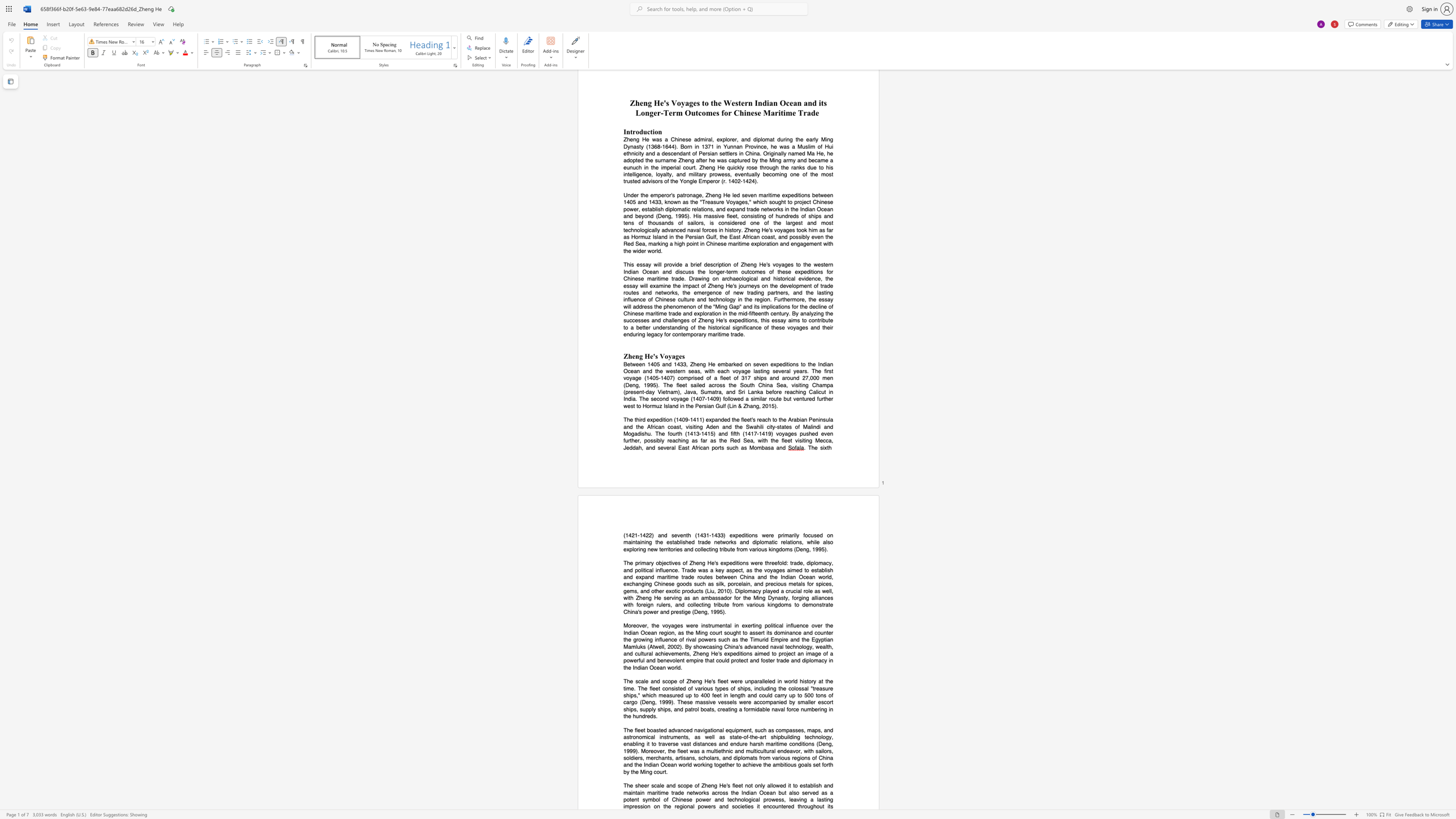 Image resolution: width=1456 pixels, height=819 pixels. I want to click on the subset text "red" within the text "encountered", so click(785, 806).